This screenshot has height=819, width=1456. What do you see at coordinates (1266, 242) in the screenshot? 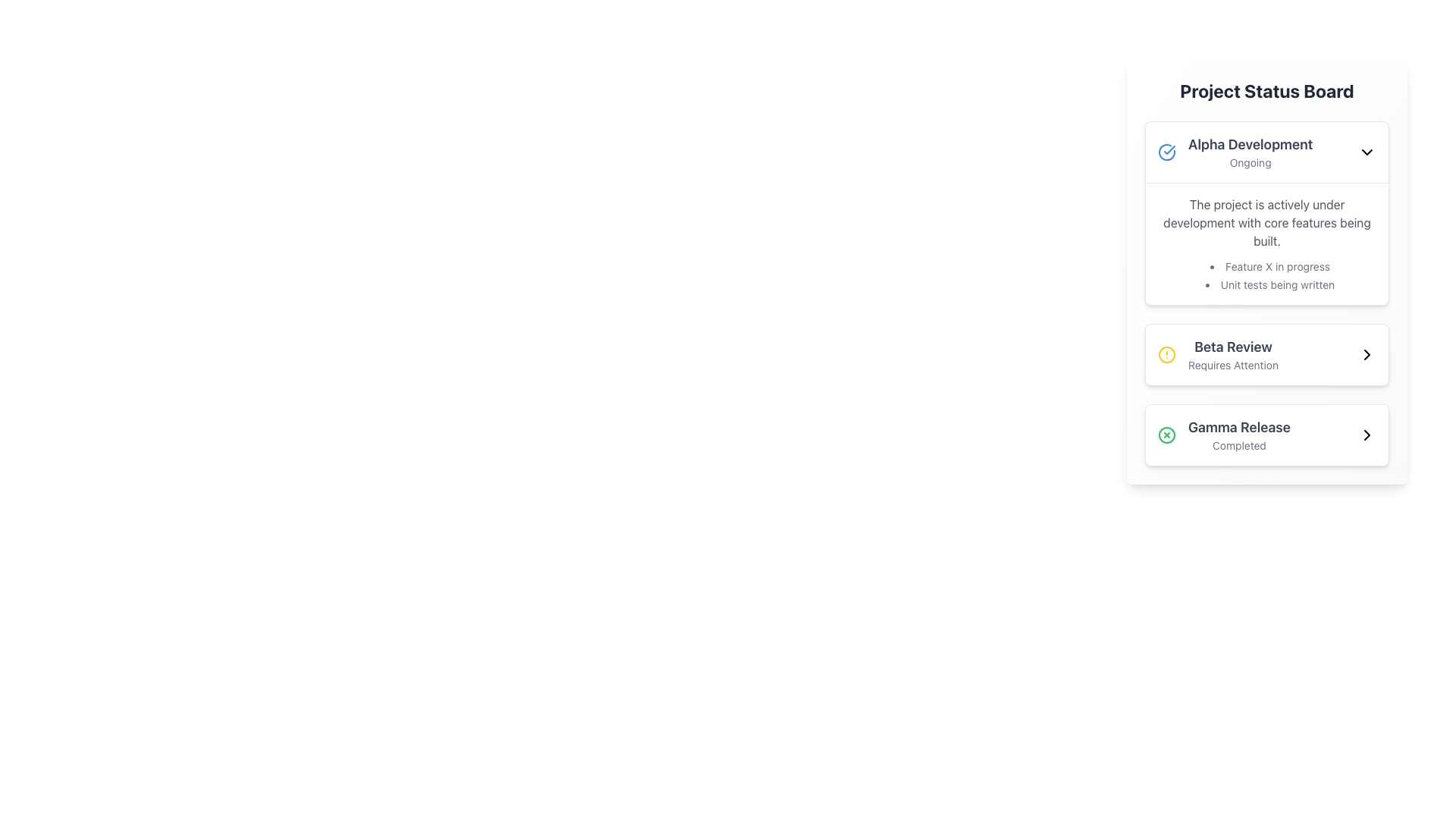
I see `informational text block located in the middle section of the 'Alpha Development' card on the 'Project Status Board', positioned below the header 'Alpha Development' and above 'Beta Review'` at bounding box center [1266, 242].